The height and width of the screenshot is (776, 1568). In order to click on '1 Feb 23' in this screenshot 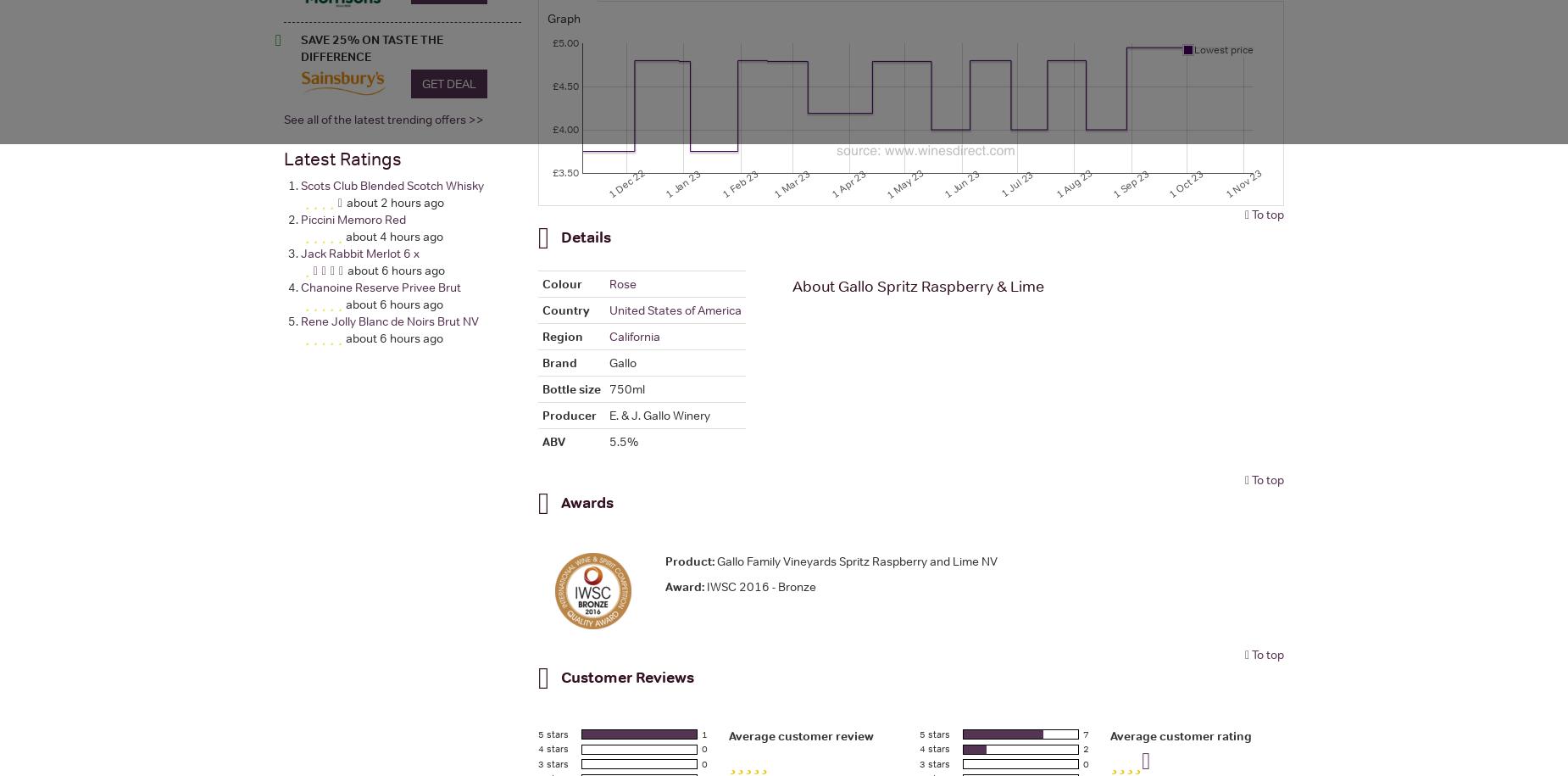, I will do `click(719, 183)`.